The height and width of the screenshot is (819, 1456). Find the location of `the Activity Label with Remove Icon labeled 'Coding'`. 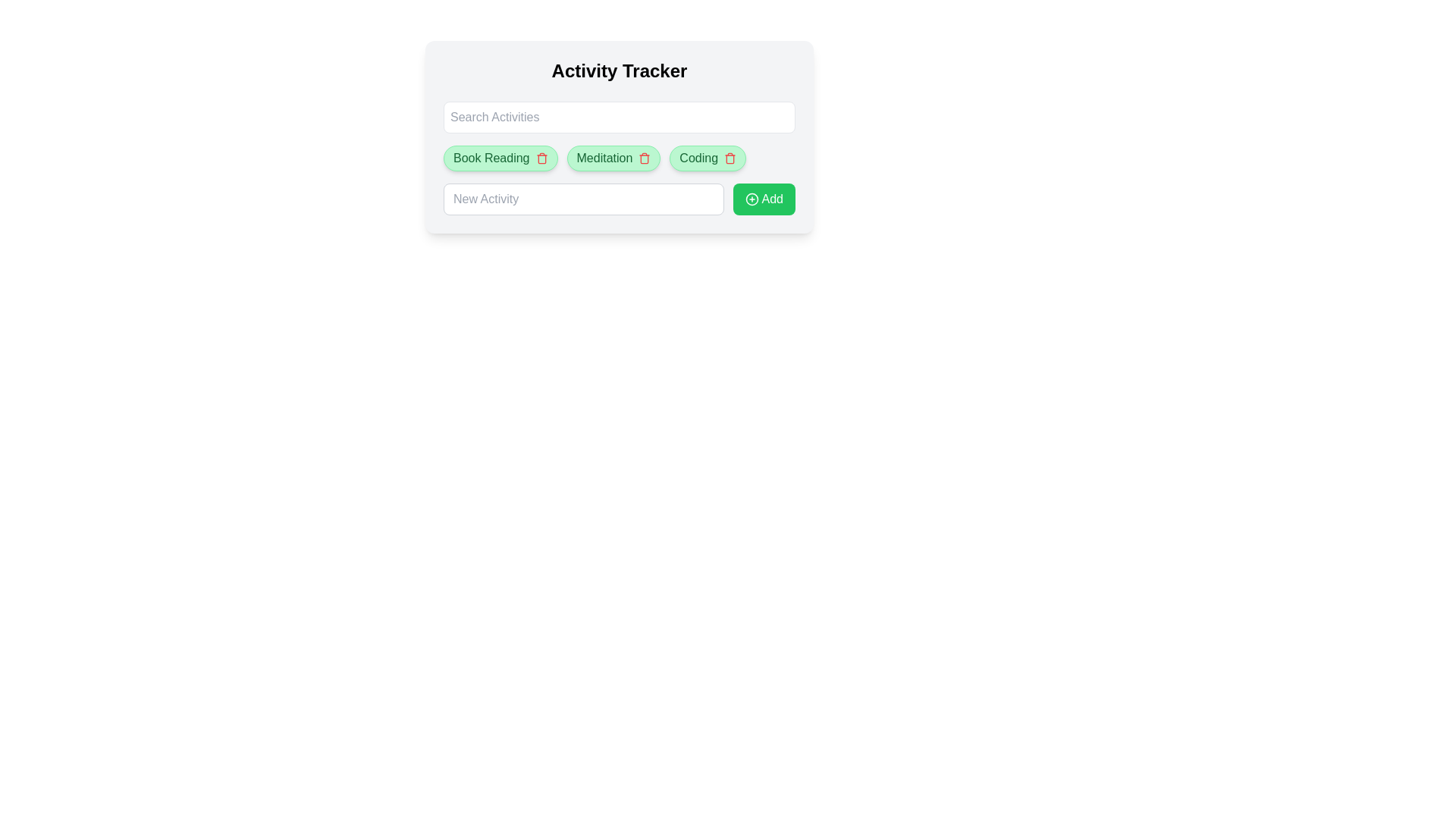

the Activity Label with Remove Icon labeled 'Coding' is located at coordinates (707, 158).